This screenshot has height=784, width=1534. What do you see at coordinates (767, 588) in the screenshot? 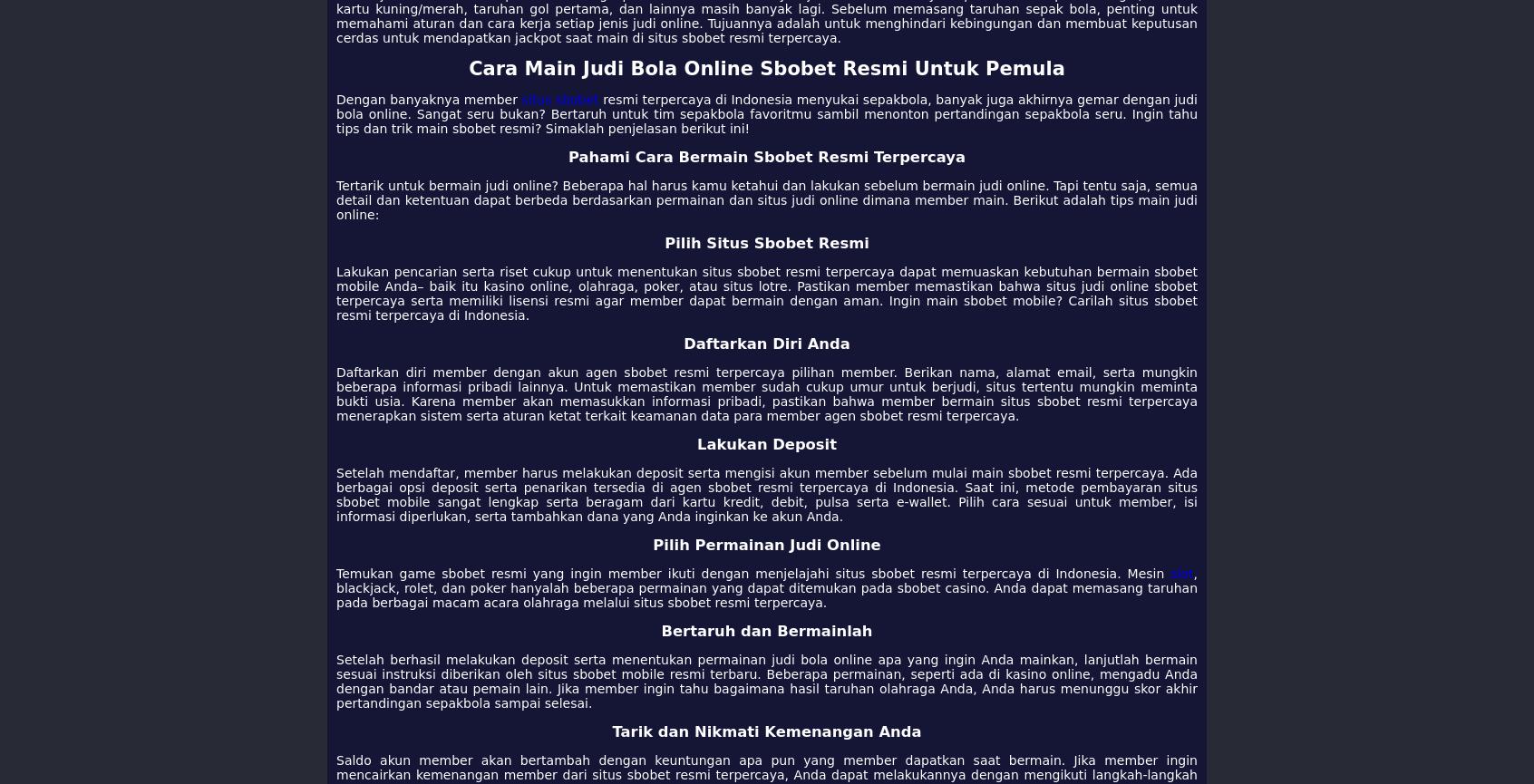
I see `', blackjack, rolet, dan poker hanyalah beberapa permainan yang dapat ditemukan pada sbobet casino. Anda dapat memasang taruhan pada berbagai macam acara olahraga melalui situs sbobet resmi terpercaya.'` at bounding box center [767, 588].